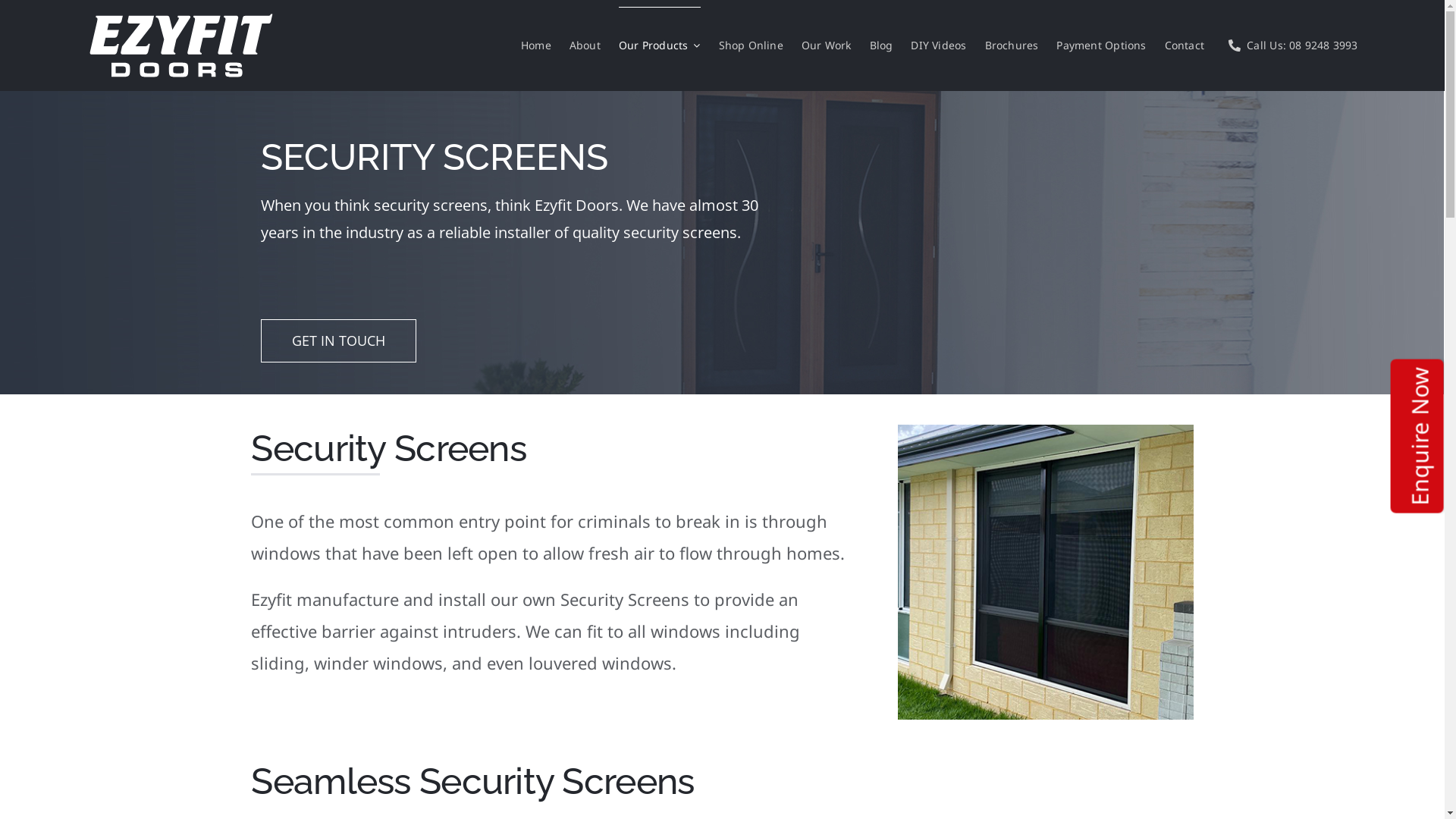 The width and height of the screenshot is (1456, 819). I want to click on 'Payment Options', so click(1100, 44).